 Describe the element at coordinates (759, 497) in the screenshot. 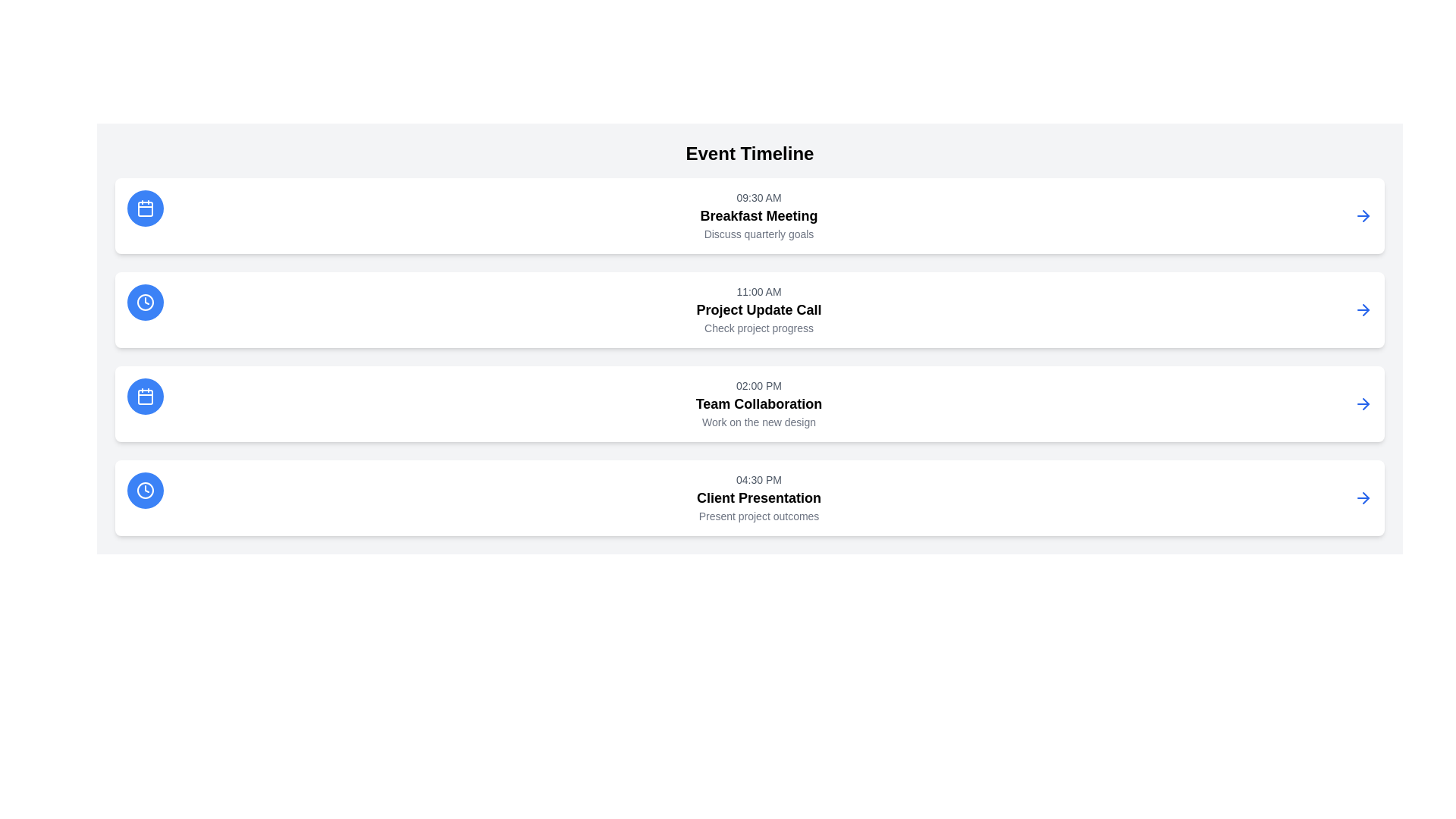

I see `the descriptive text block displaying the timestamp, title, and descriptive text, which is part of the fourth event item in a vertical timeline layout` at that location.